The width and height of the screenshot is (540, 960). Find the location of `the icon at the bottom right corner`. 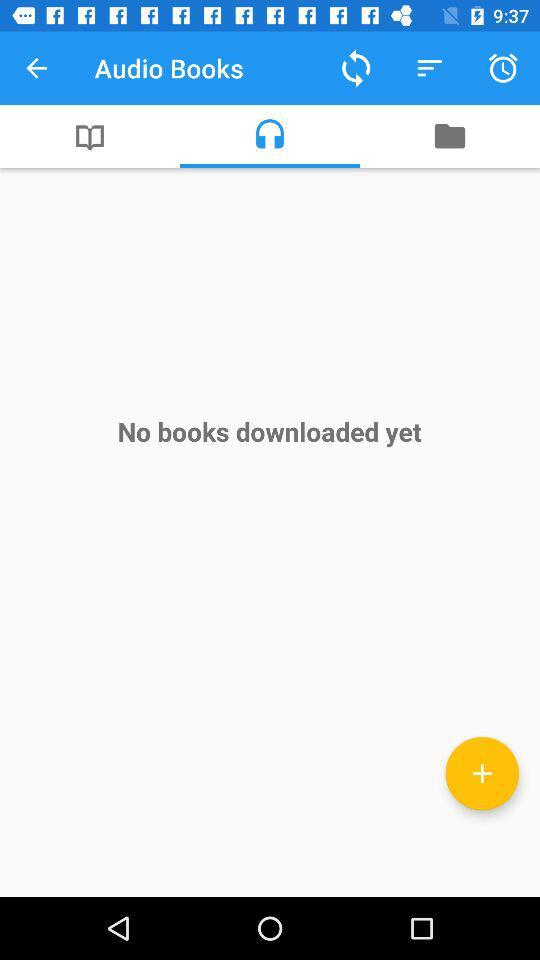

the icon at the bottom right corner is located at coordinates (481, 772).